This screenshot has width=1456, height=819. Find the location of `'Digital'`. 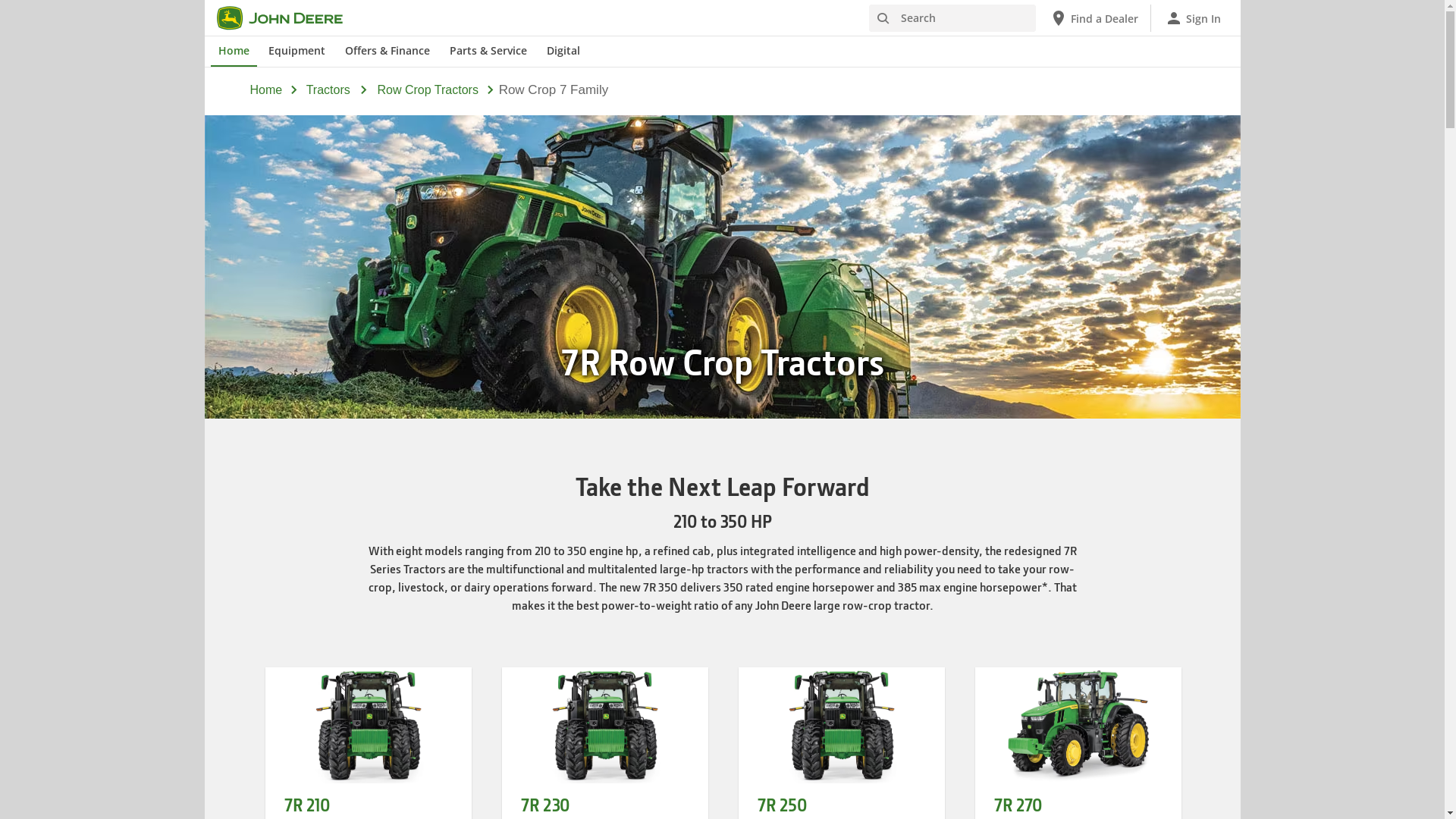

'Digital' is located at coordinates (563, 51).